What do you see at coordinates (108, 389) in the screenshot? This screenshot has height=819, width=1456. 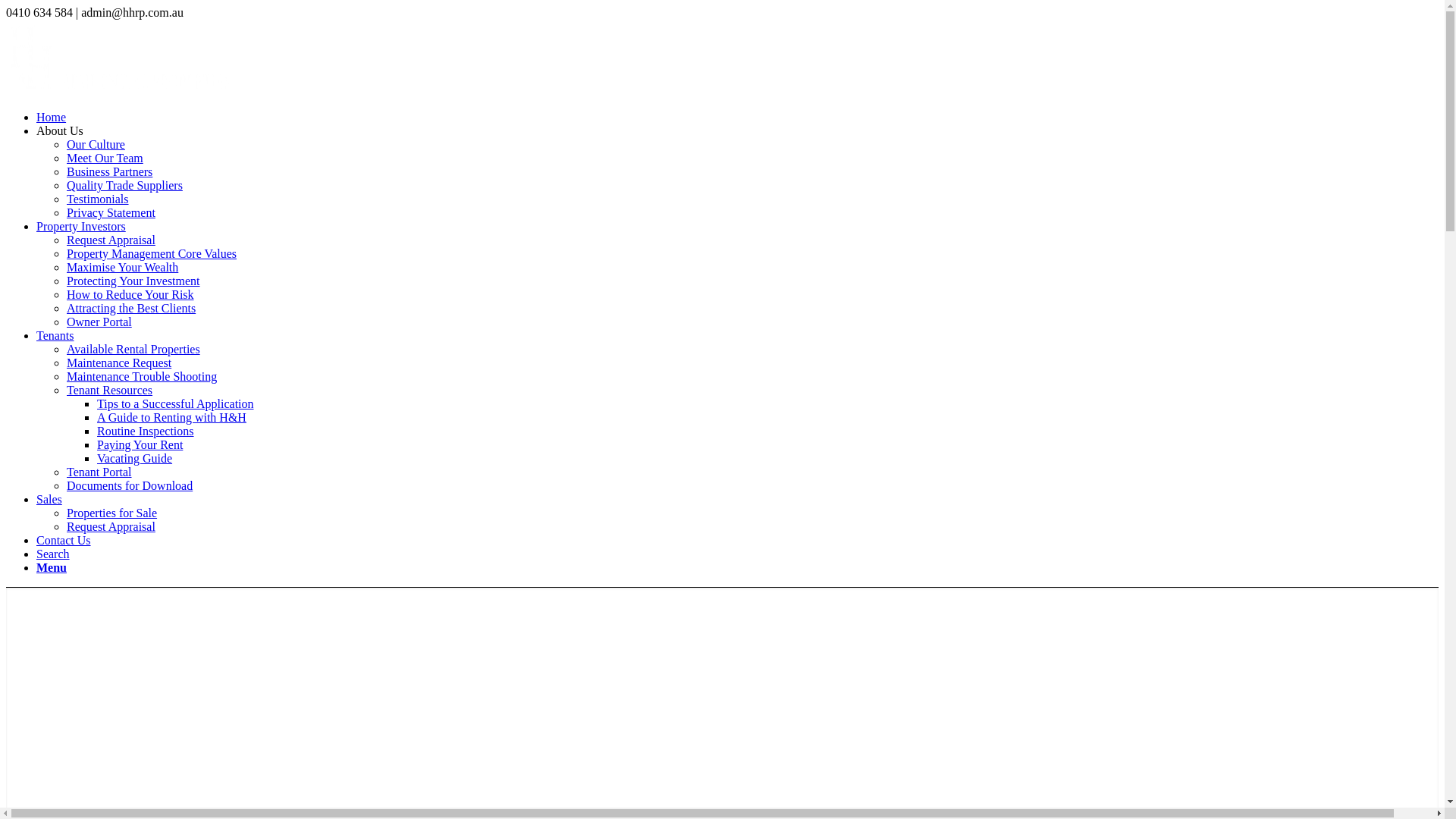 I see `'Tenant Resources'` at bounding box center [108, 389].